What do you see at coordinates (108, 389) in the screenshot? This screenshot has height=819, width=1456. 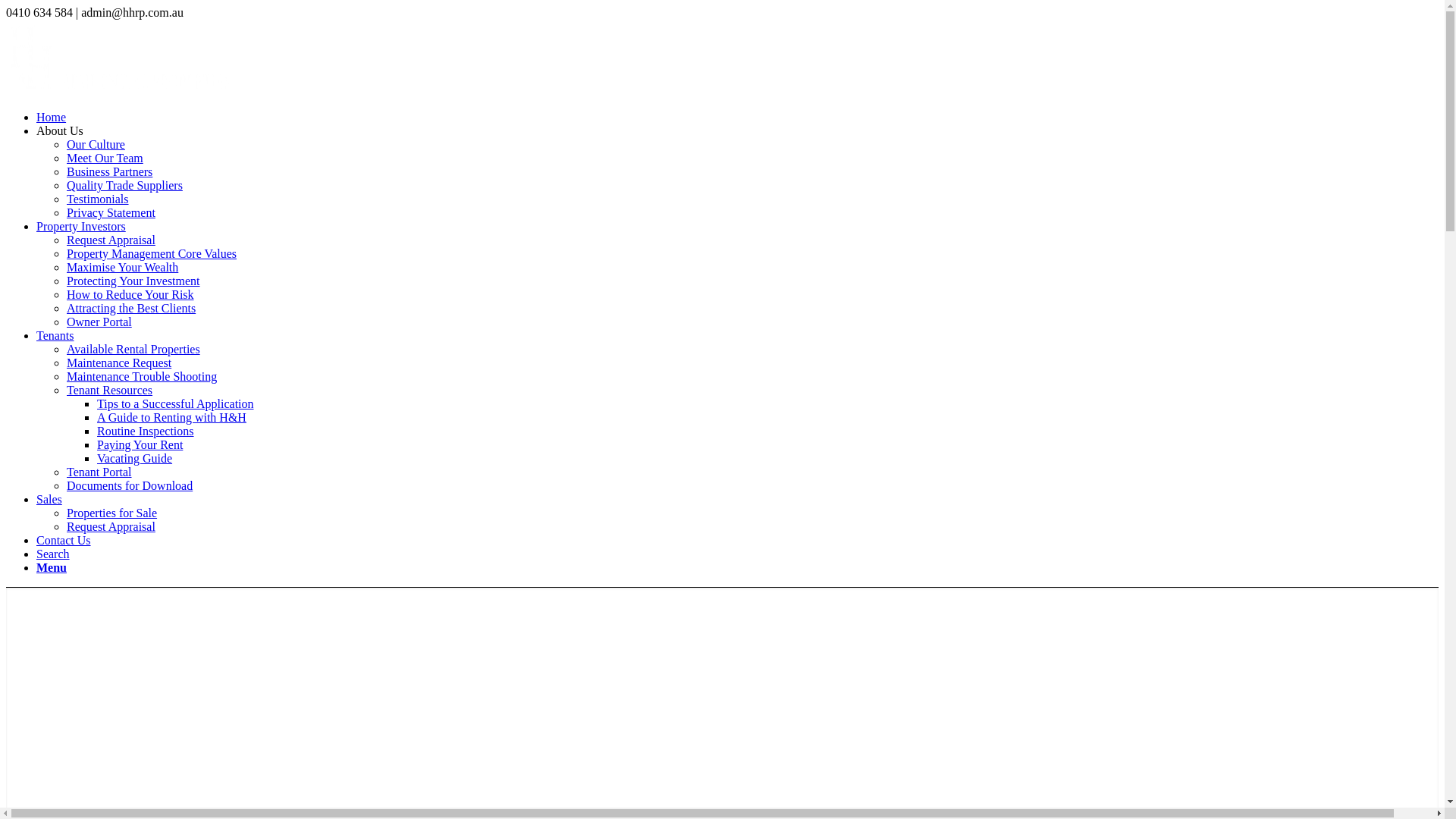 I see `'Tenant Resources'` at bounding box center [108, 389].